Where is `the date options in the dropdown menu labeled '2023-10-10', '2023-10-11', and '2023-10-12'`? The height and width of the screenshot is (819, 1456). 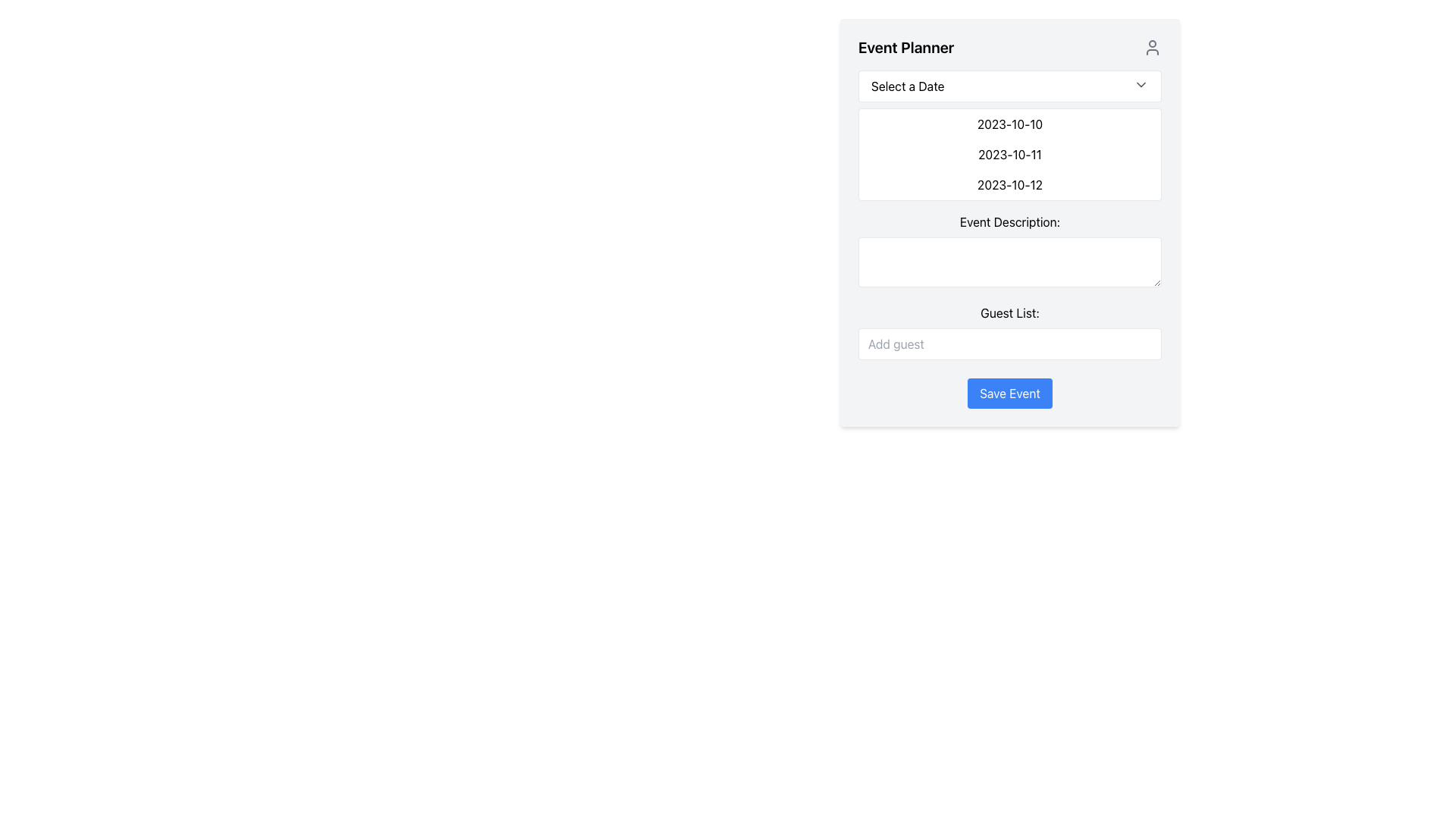
the date options in the dropdown menu labeled '2023-10-10', '2023-10-11', and '2023-10-12' is located at coordinates (1009, 134).